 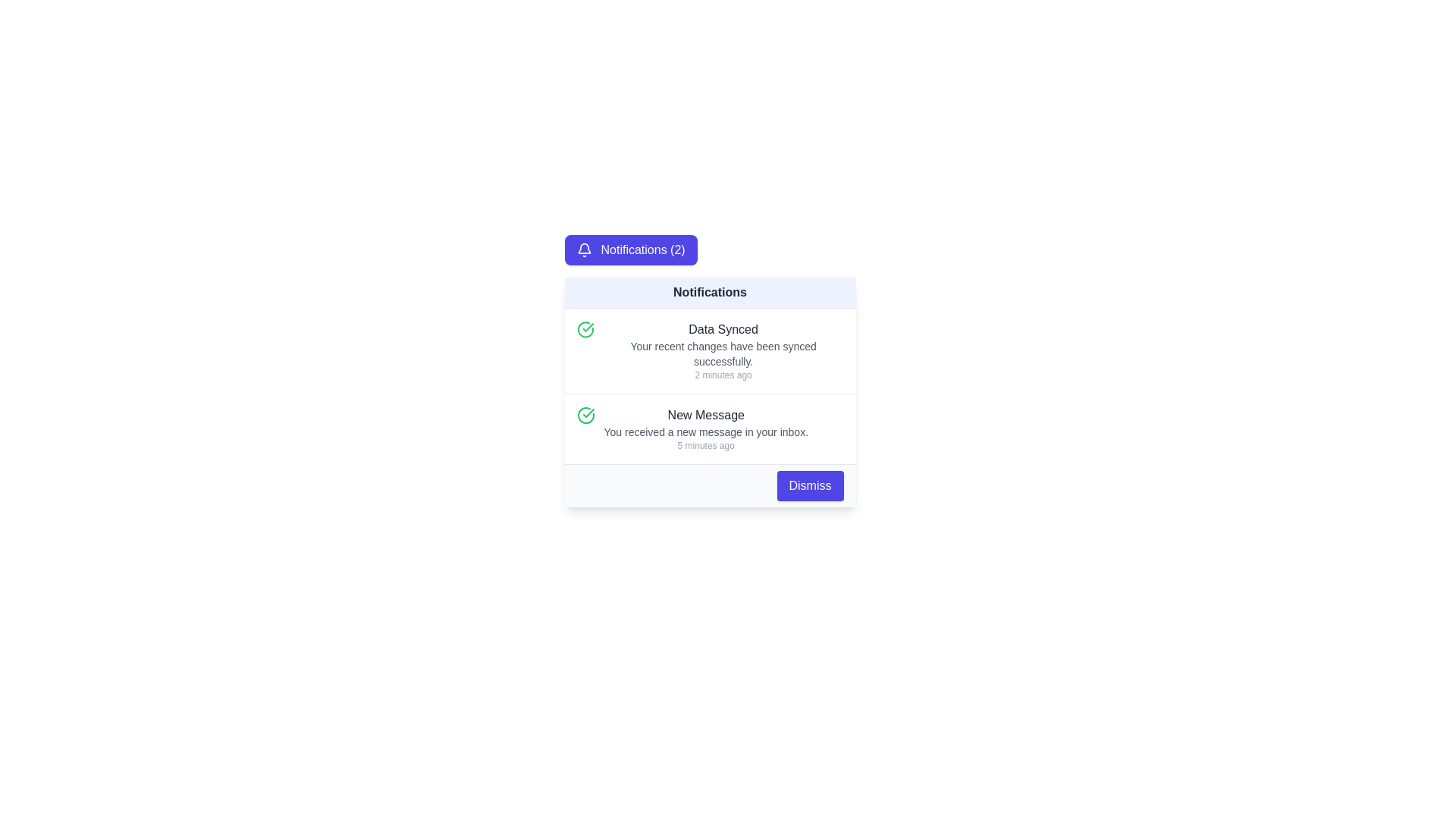 What do you see at coordinates (585, 415) in the screenshot?
I see `the success icon indicating data synchronization located in the first notification entry of the dropdown menu next to the text 'Data Synced'` at bounding box center [585, 415].